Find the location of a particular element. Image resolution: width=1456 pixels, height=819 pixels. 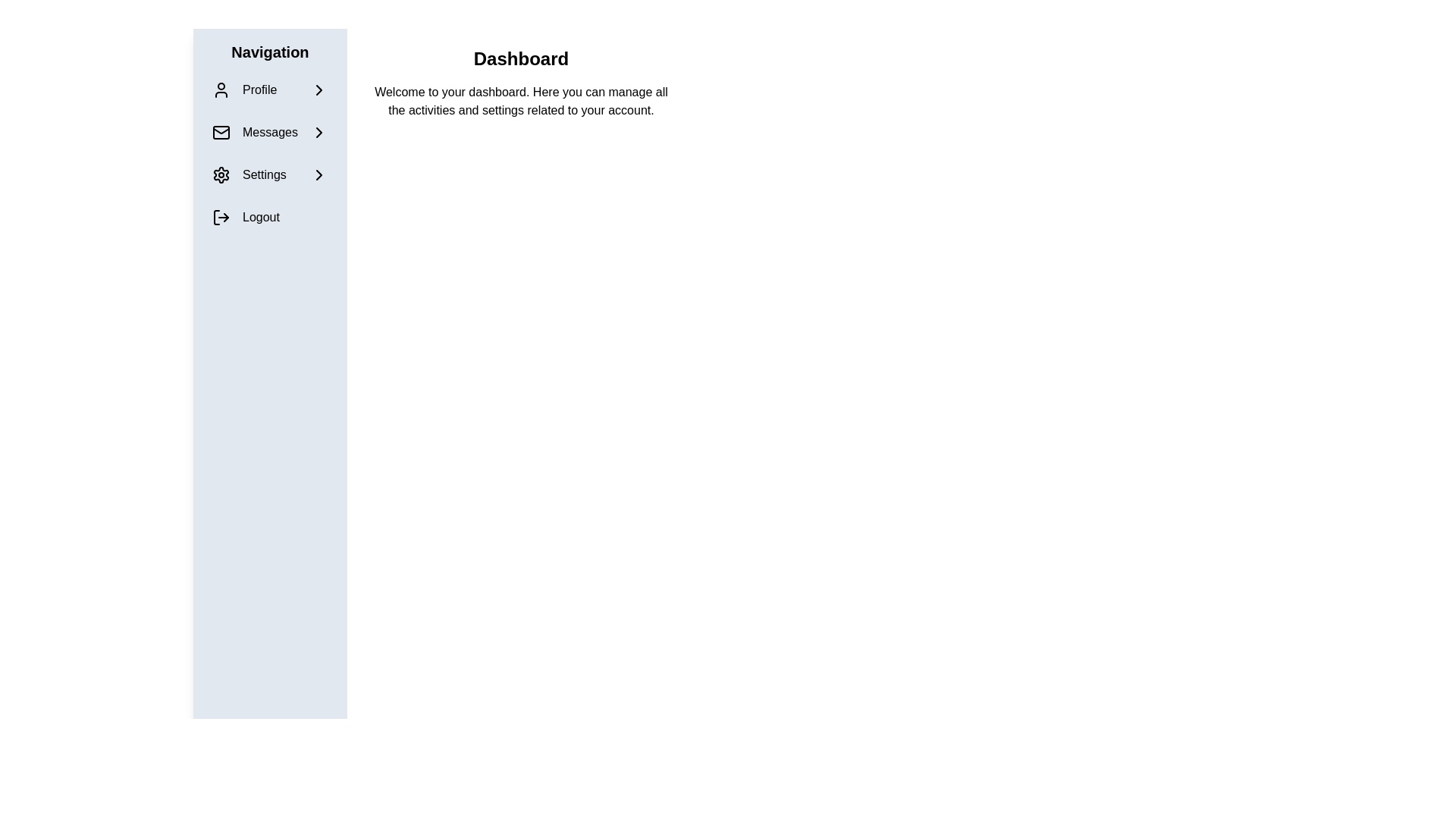

the 'Settings' label, which is the fourth option in the vertical navigation list is located at coordinates (264, 174).